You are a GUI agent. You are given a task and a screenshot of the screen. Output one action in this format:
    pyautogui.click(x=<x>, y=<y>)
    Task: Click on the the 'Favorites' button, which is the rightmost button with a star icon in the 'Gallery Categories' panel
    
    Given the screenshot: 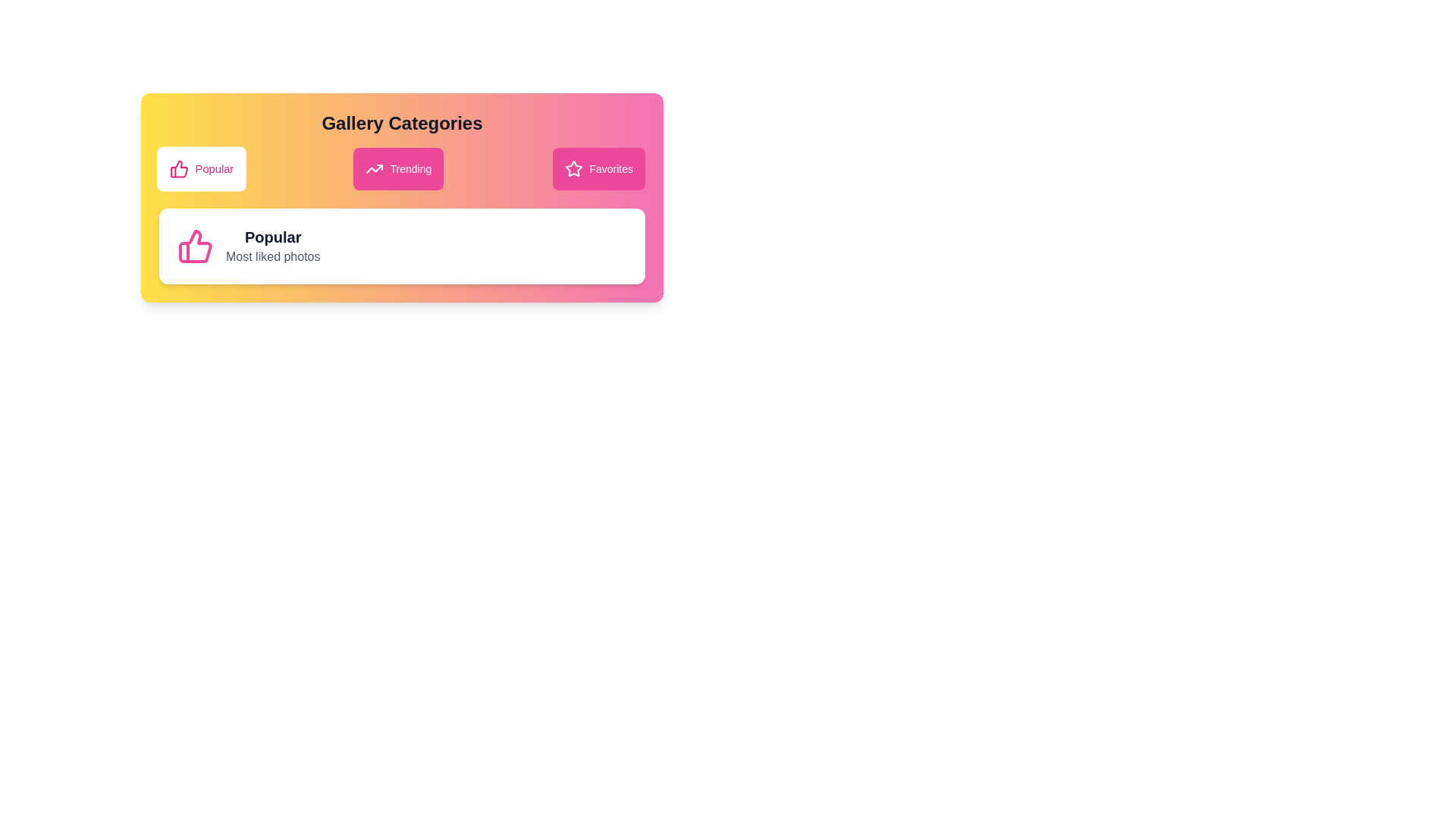 What is the action you would take?
    pyautogui.click(x=573, y=168)
    